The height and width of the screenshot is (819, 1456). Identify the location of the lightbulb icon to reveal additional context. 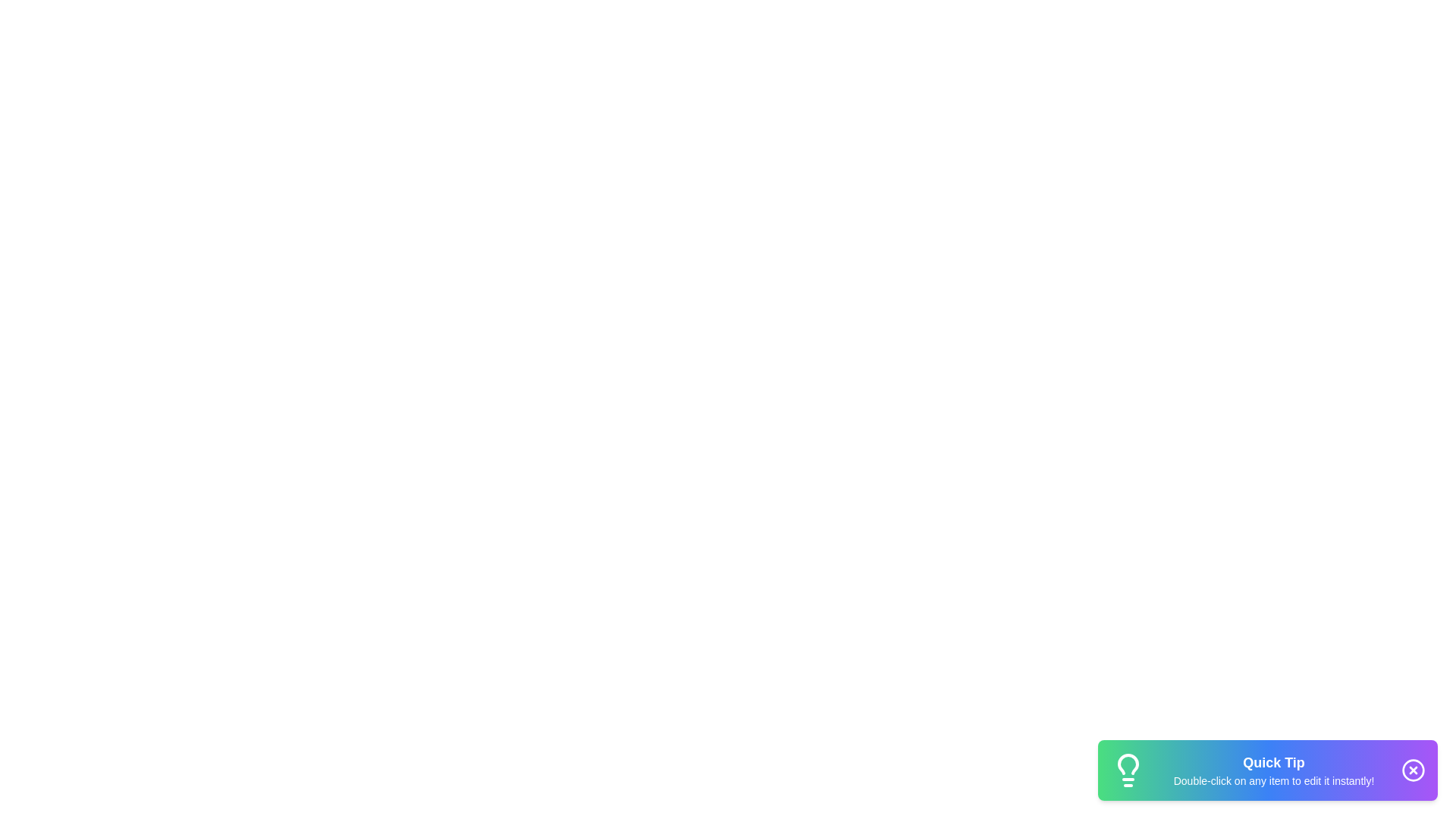
(1128, 770).